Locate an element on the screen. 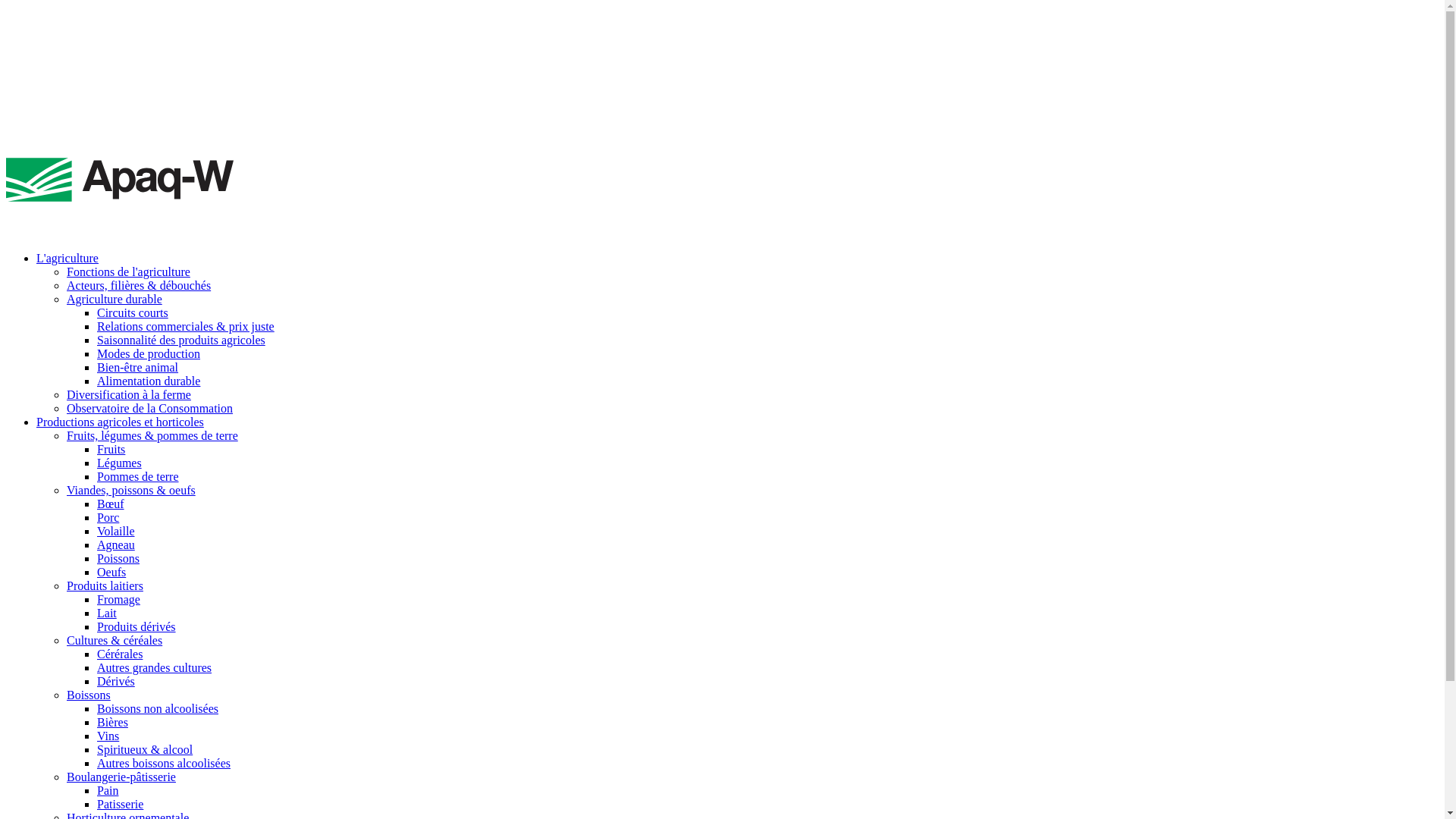 The height and width of the screenshot is (819, 1456). 'Spiritueux & alcool' is located at coordinates (145, 748).